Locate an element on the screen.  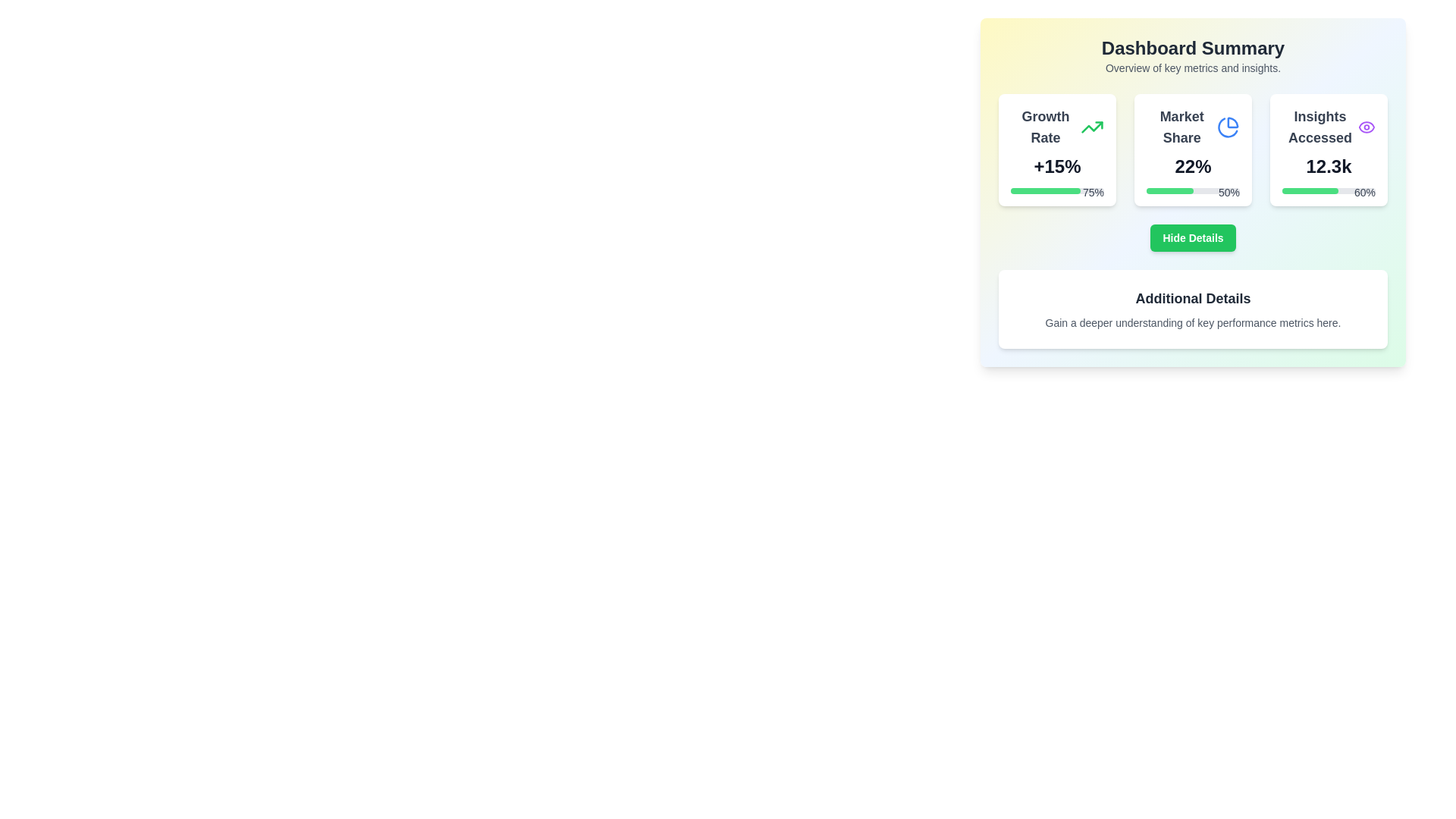
the Informative card located at the bottom of the 'Dashboard Summary' section, which is horizontally centered and positioned below the 'Hide Details' button is located at coordinates (1192, 309).